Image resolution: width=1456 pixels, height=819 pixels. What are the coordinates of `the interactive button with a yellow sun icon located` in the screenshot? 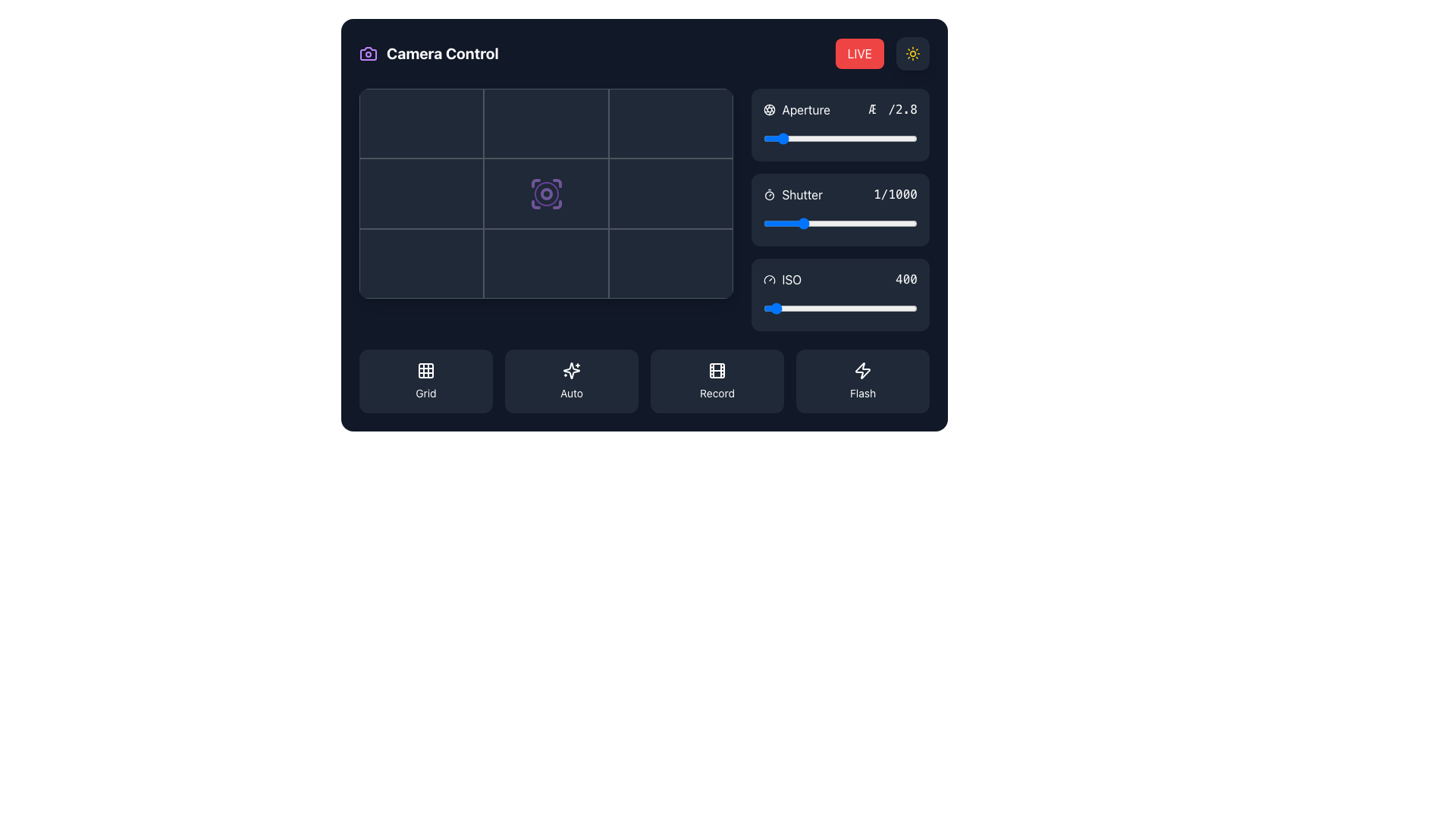 It's located at (912, 52).